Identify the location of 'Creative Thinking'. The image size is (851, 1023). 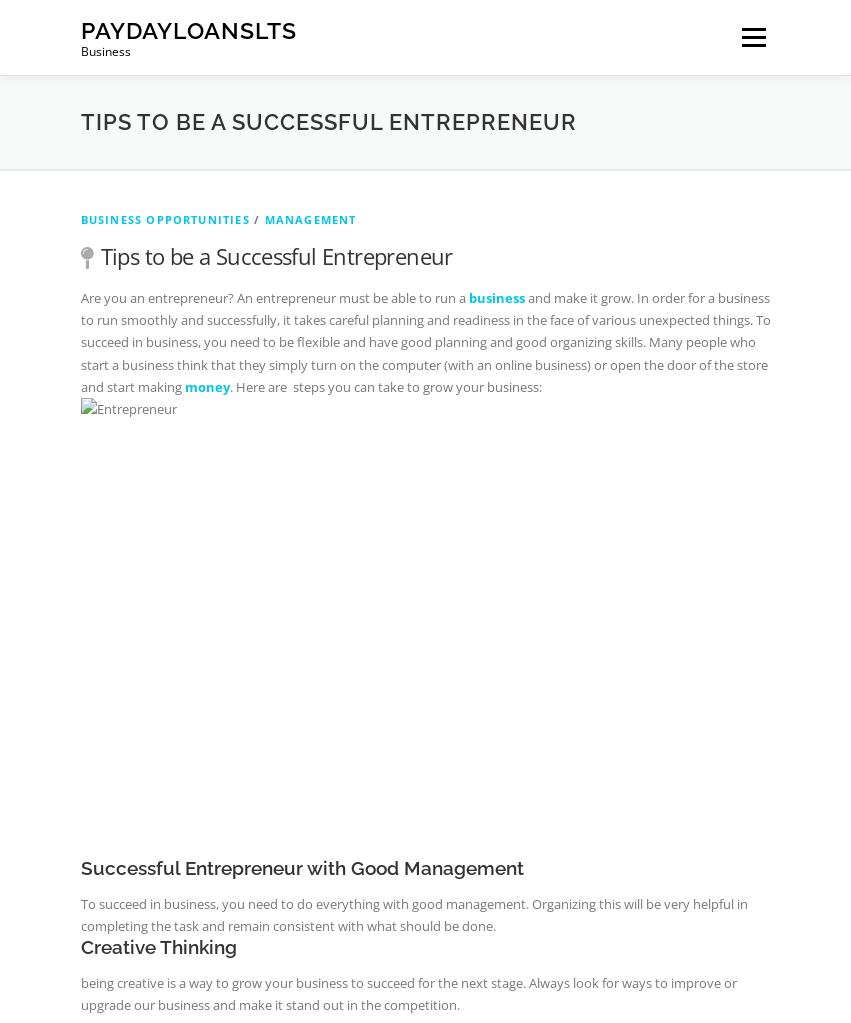
(157, 946).